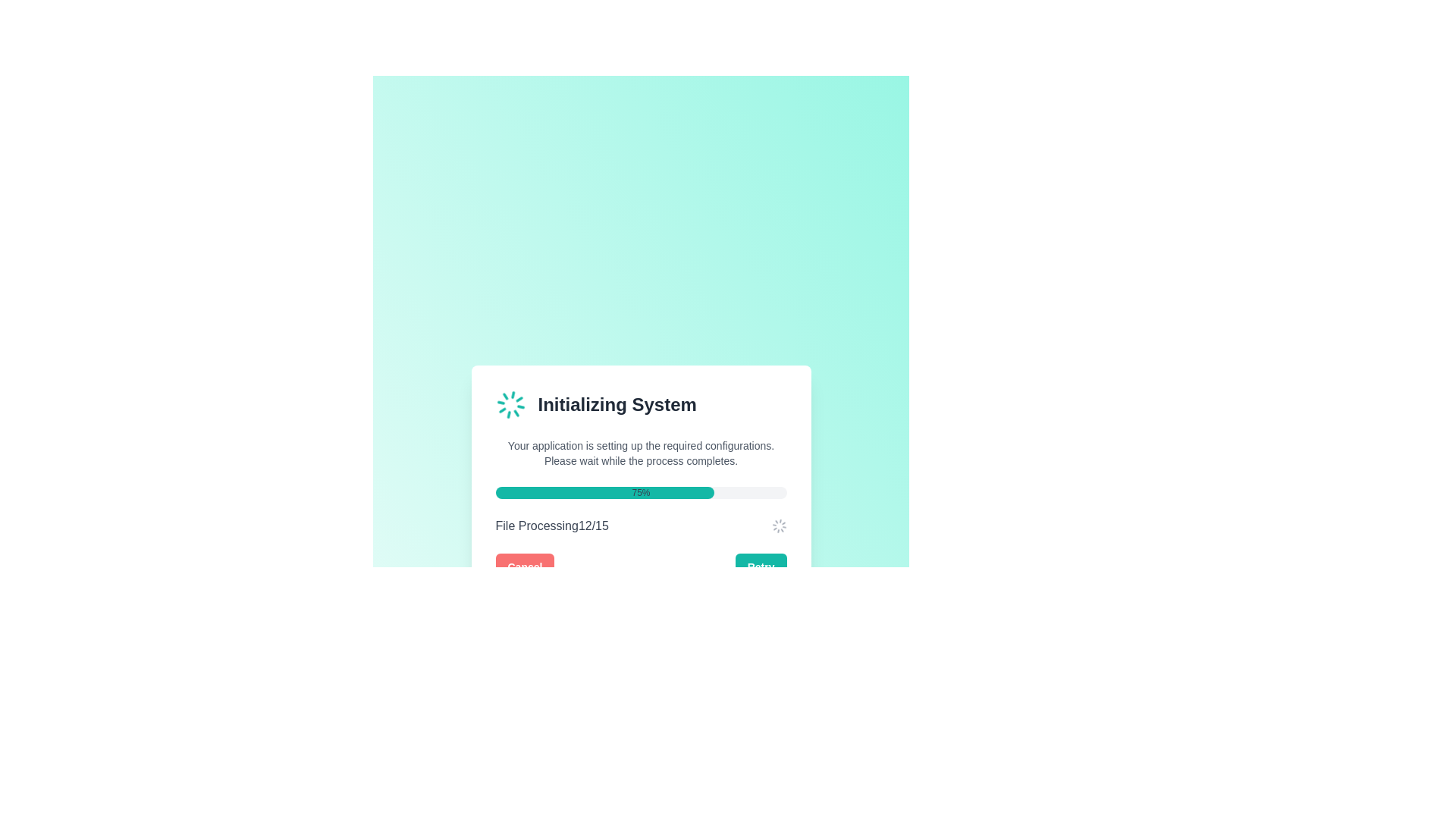 The height and width of the screenshot is (819, 1456). I want to click on the Text Block displaying the status update 'Your application is setting up the required configurations. Please wait while the process completes.' which is positioned below the header 'Initializing System', so click(641, 452).